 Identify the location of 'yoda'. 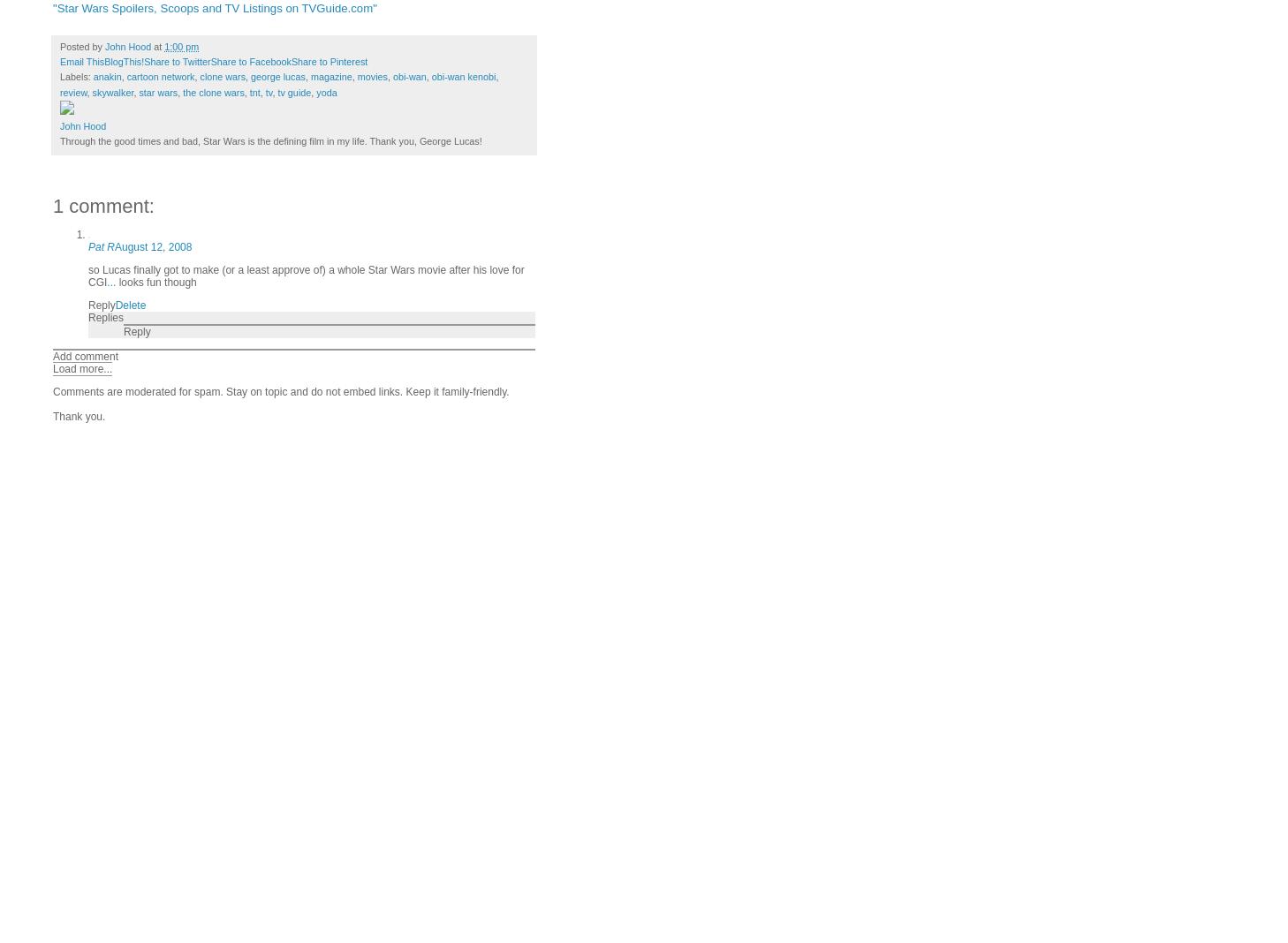
(314, 91).